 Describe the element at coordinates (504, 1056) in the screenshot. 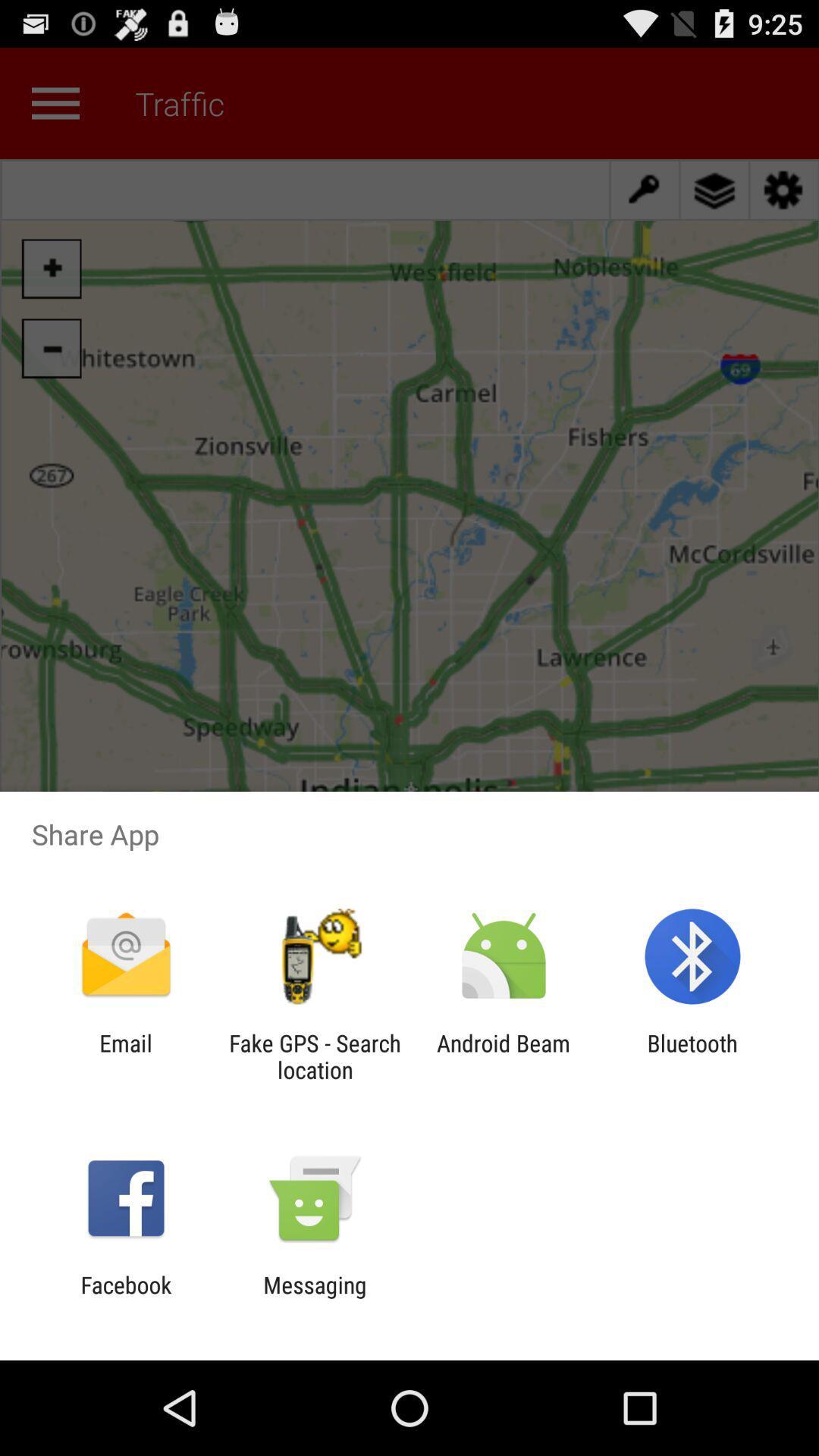

I see `the item next to bluetooth app` at that location.